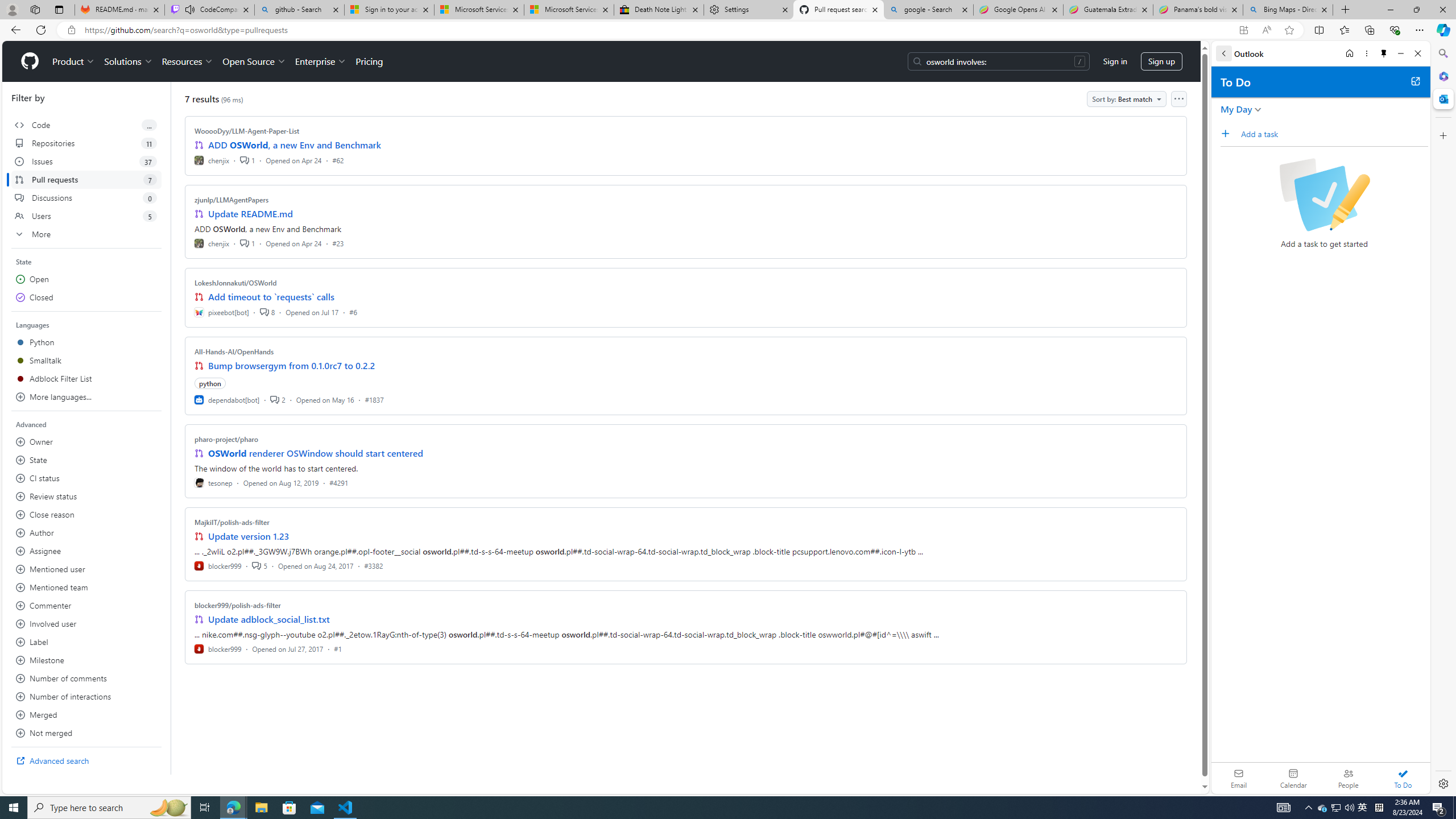 The image size is (1456, 819). What do you see at coordinates (226, 438) in the screenshot?
I see `'pharo-project/pharo'` at bounding box center [226, 438].